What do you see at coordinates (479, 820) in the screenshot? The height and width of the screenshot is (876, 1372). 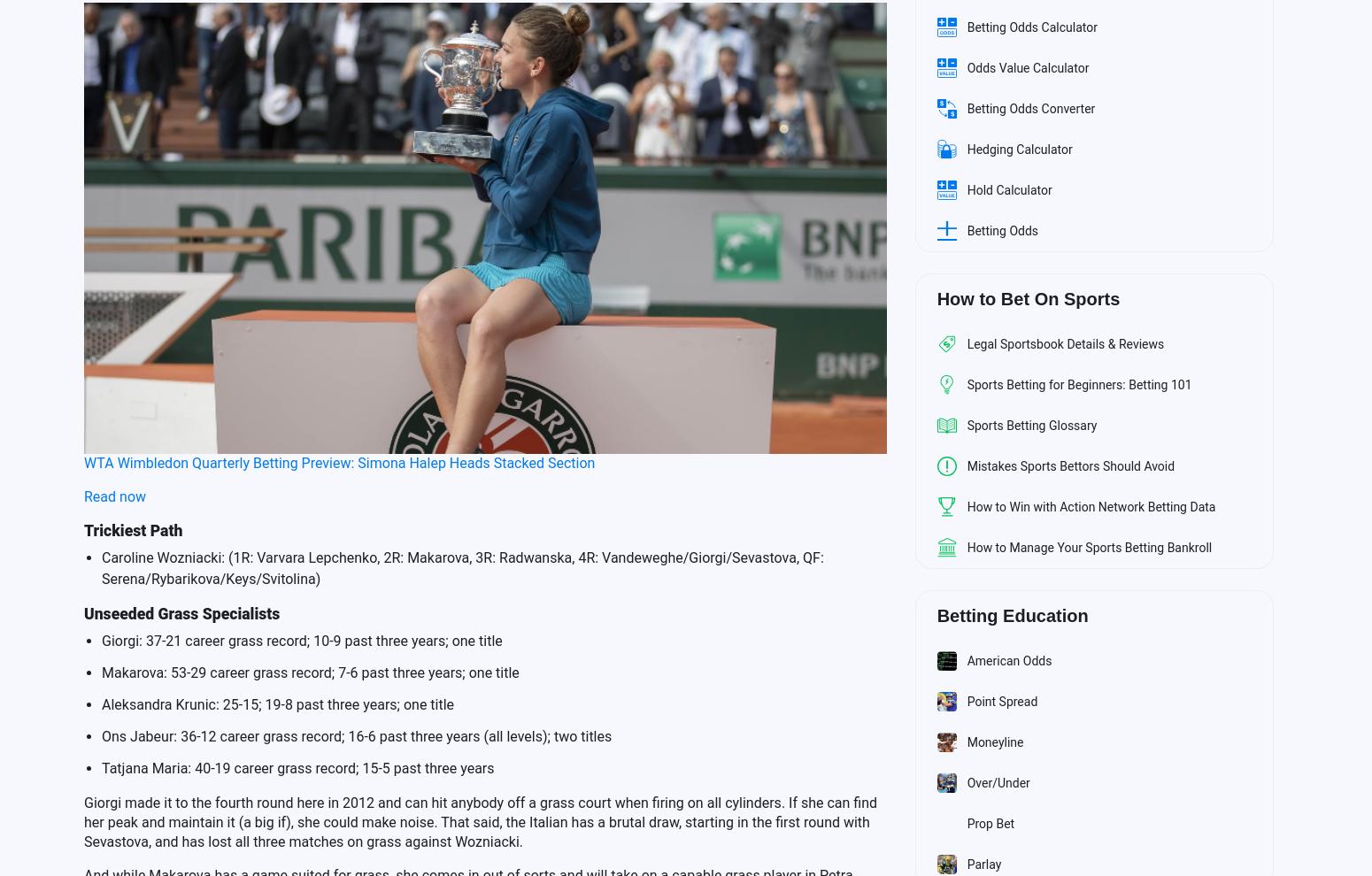 I see `'Giorgi made it to the fourth round here in 2012 and can hit anybody off a grass court when firing on all cylinders. If she can find her peak and maintain it (a big if), she could make noise. That said, the Italian has a brutal draw, starting in the first round with Sevastova, and has lost all three matches on grass against Wozniacki.'` at bounding box center [479, 820].